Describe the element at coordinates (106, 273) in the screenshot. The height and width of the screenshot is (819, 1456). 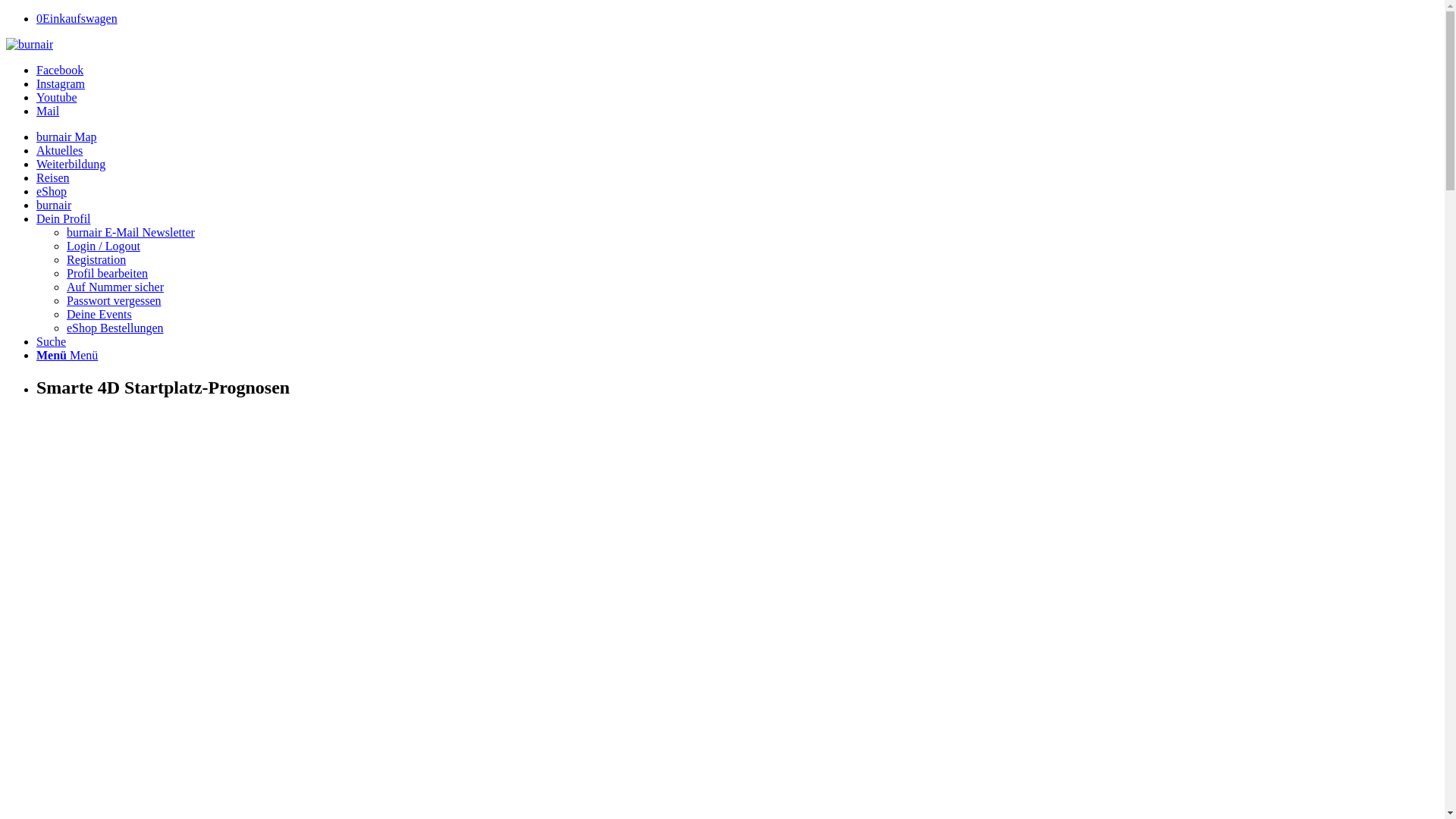
I see `'Profil bearbeiten'` at that location.